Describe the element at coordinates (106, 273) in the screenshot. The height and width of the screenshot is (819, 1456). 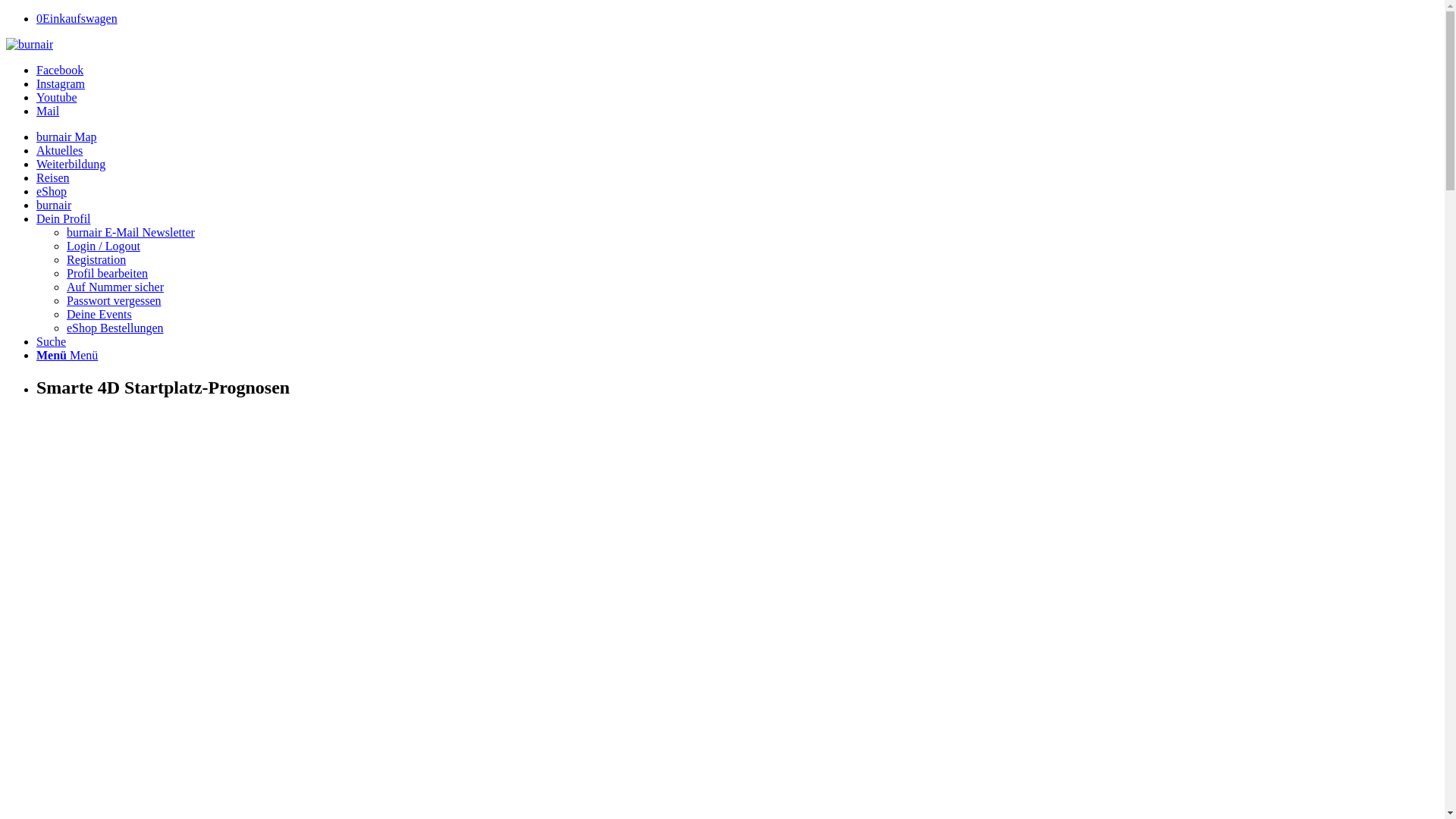
I see `'Profil bearbeiten'` at that location.